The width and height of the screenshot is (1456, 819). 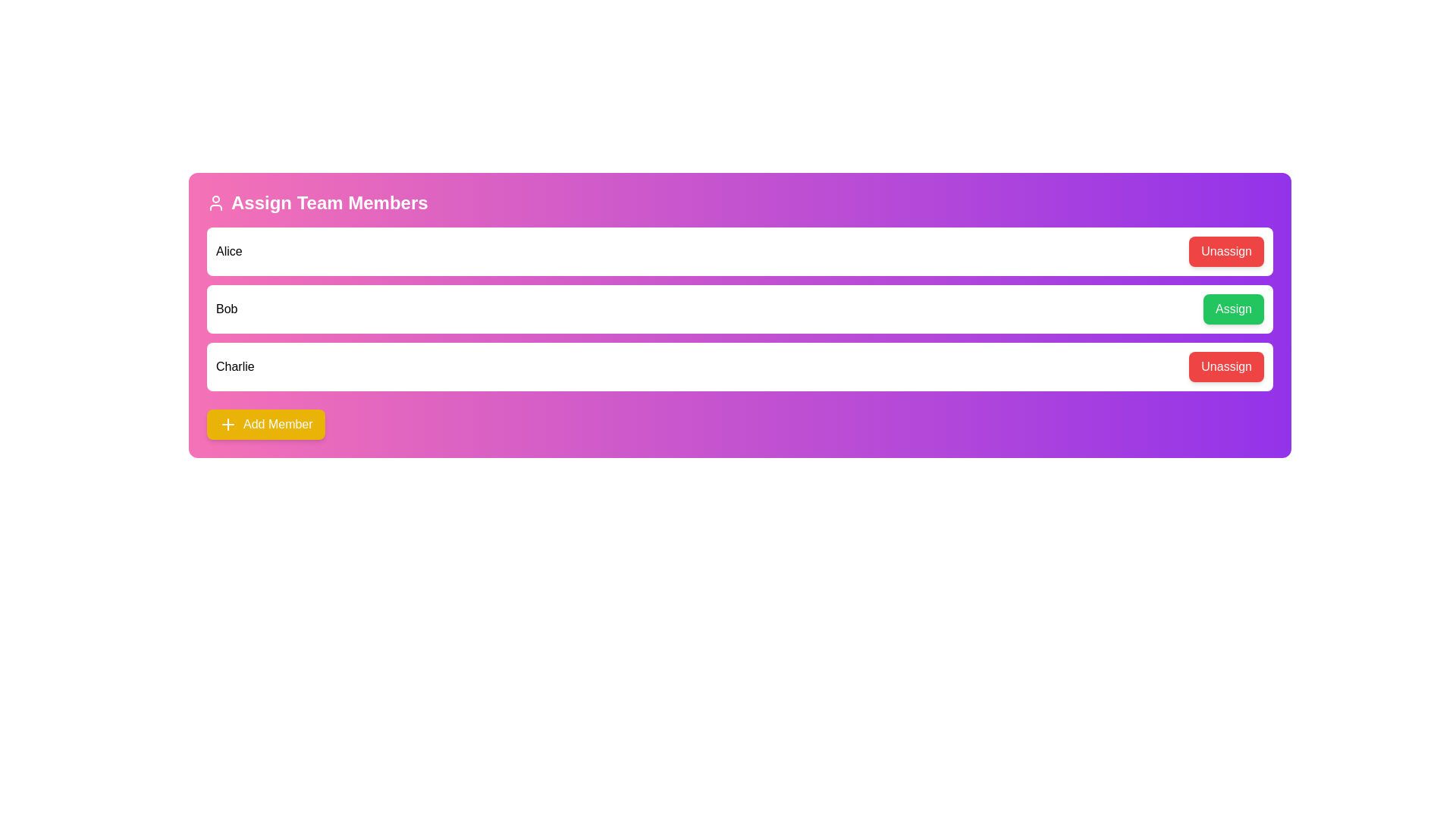 What do you see at coordinates (215, 202) in the screenshot?
I see `the user avatar icon, which is a simplified silhouette of a person within a circular frame, positioned to the left of the title 'Assign Team Members'` at bounding box center [215, 202].